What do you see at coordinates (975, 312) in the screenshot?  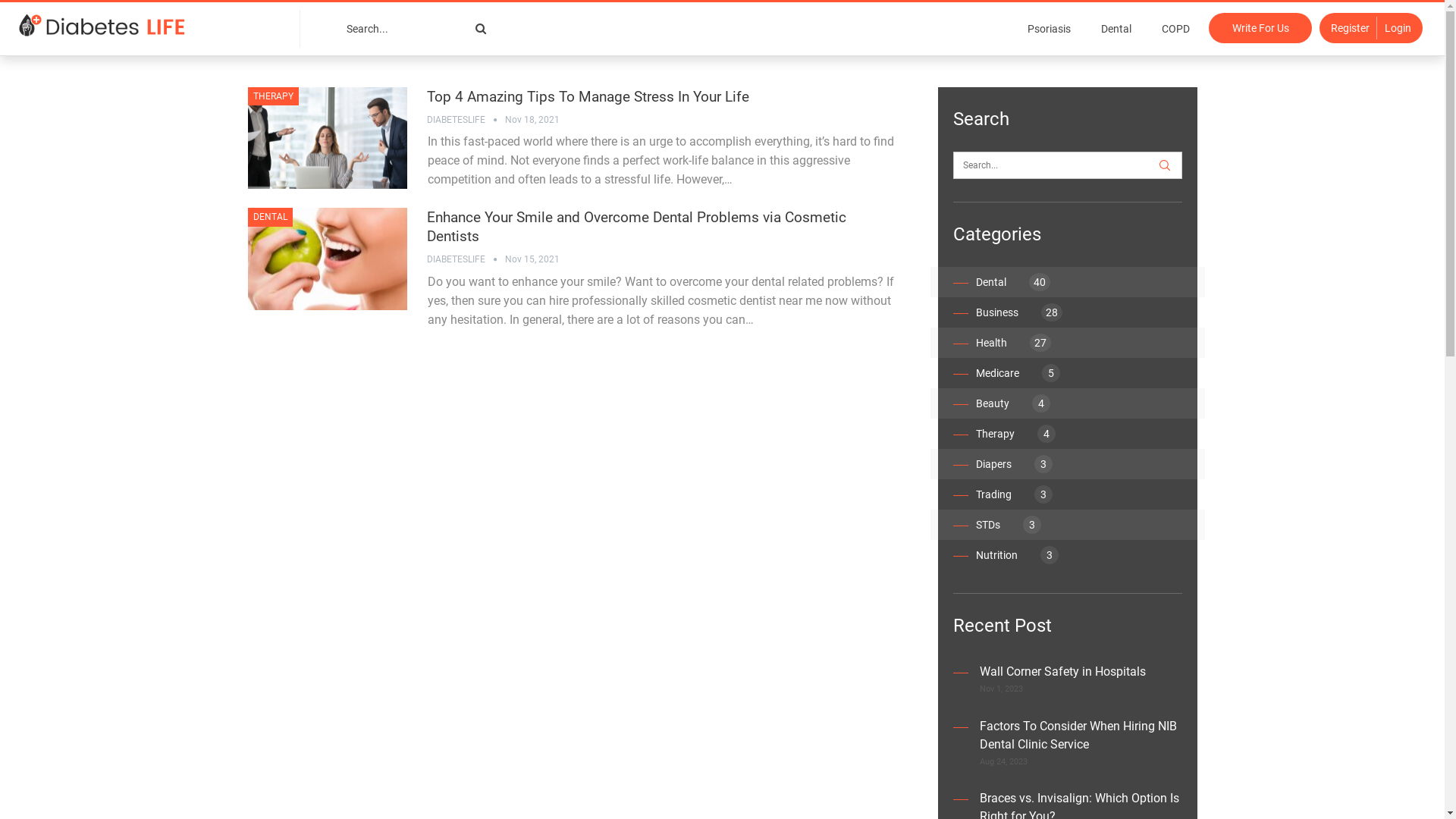 I see `'Business28'` at bounding box center [975, 312].